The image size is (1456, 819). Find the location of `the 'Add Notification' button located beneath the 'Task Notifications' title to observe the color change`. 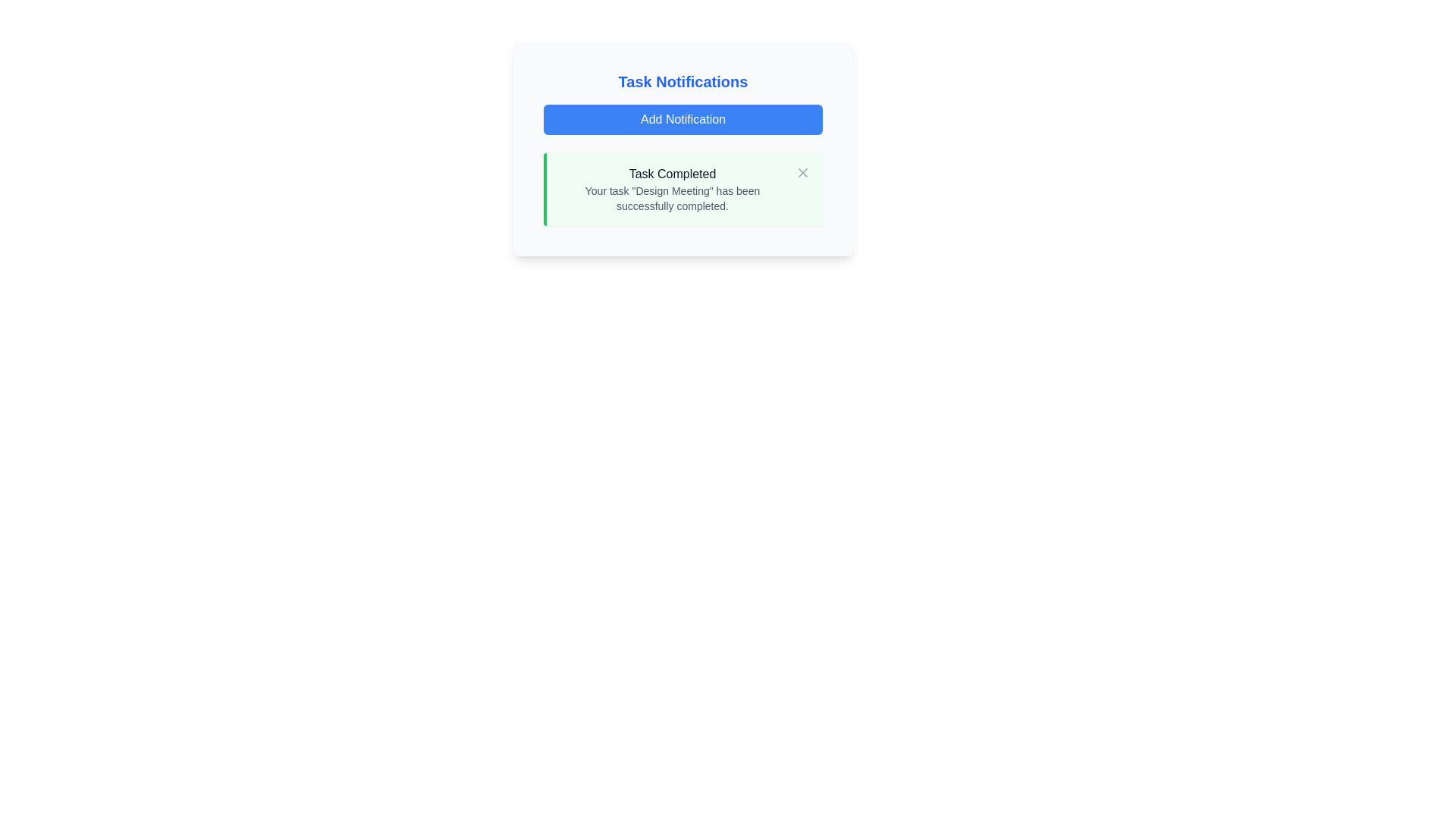

the 'Add Notification' button located beneath the 'Task Notifications' title to observe the color change is located at coordinates (682, 119).